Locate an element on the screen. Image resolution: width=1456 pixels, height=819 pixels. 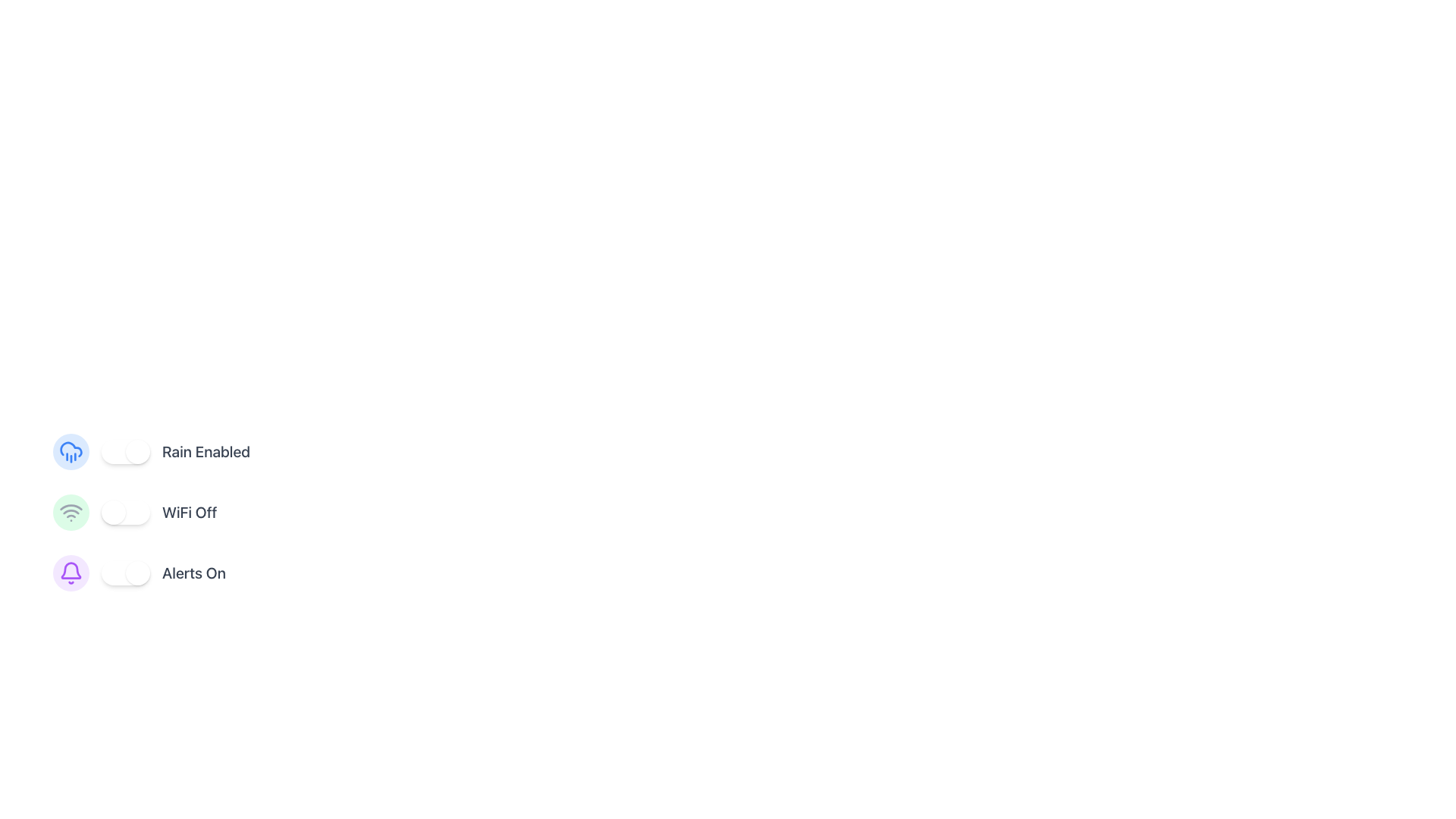
the alert icon located inside the circular button, which is positioned to the left of the 'Alerts On' toggle switch is located at coordinates (71, 573).